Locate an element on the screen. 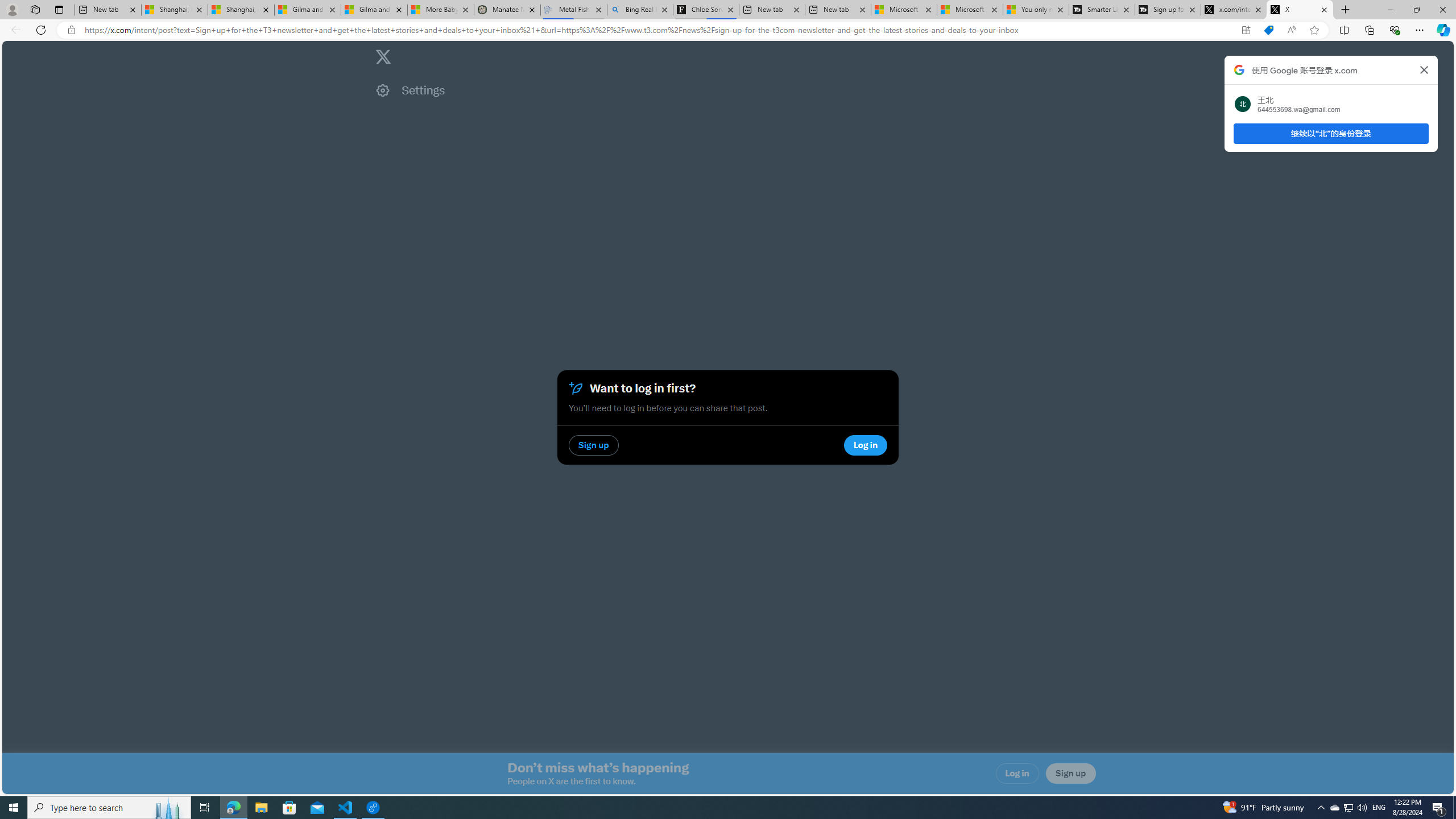  'Bing Real Estate - Home sales and rental listings' is located at coordinates (640, 9).